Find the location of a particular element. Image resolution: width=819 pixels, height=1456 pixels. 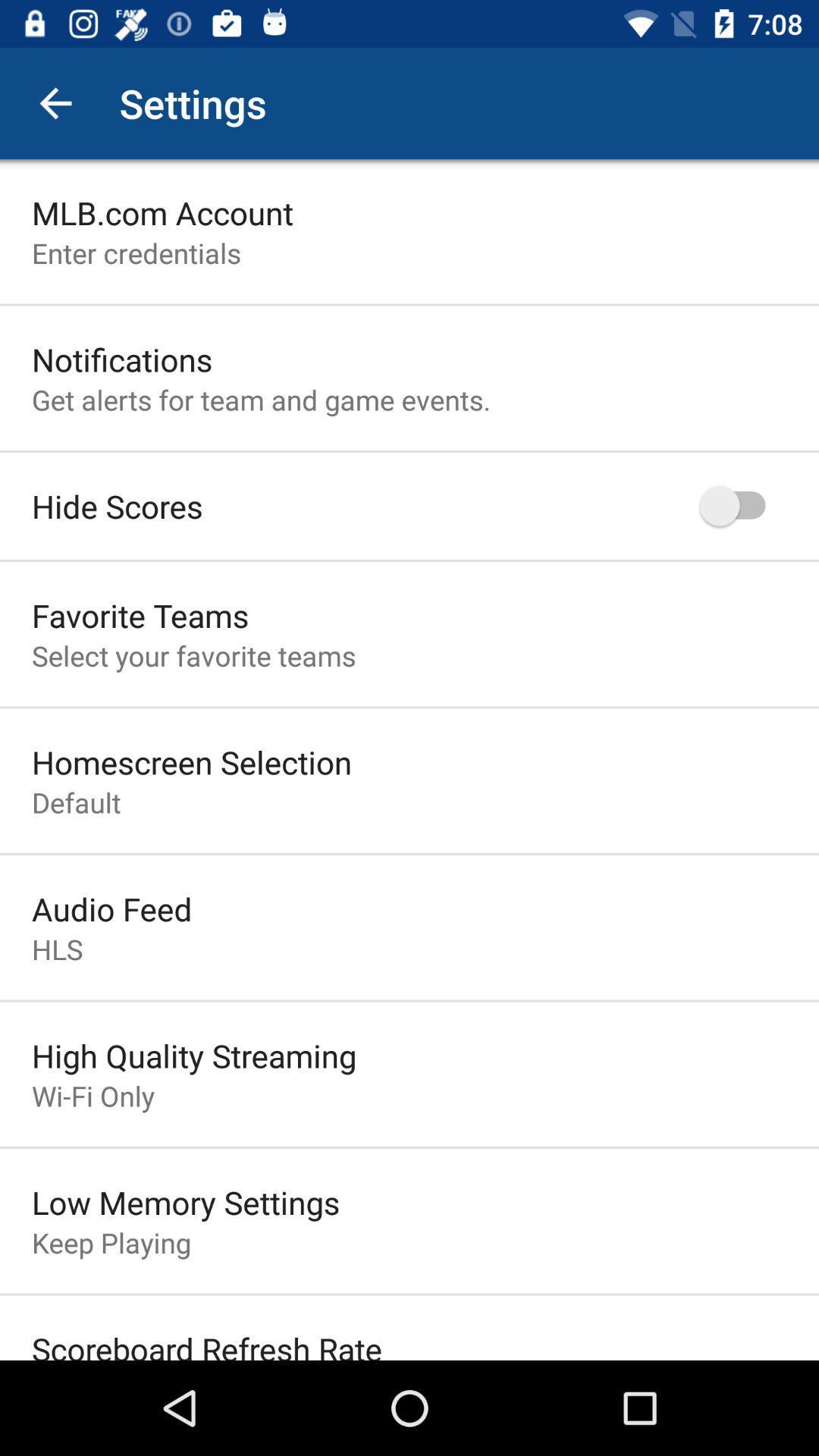

the item above notifications is located at coordinates (136, 253).